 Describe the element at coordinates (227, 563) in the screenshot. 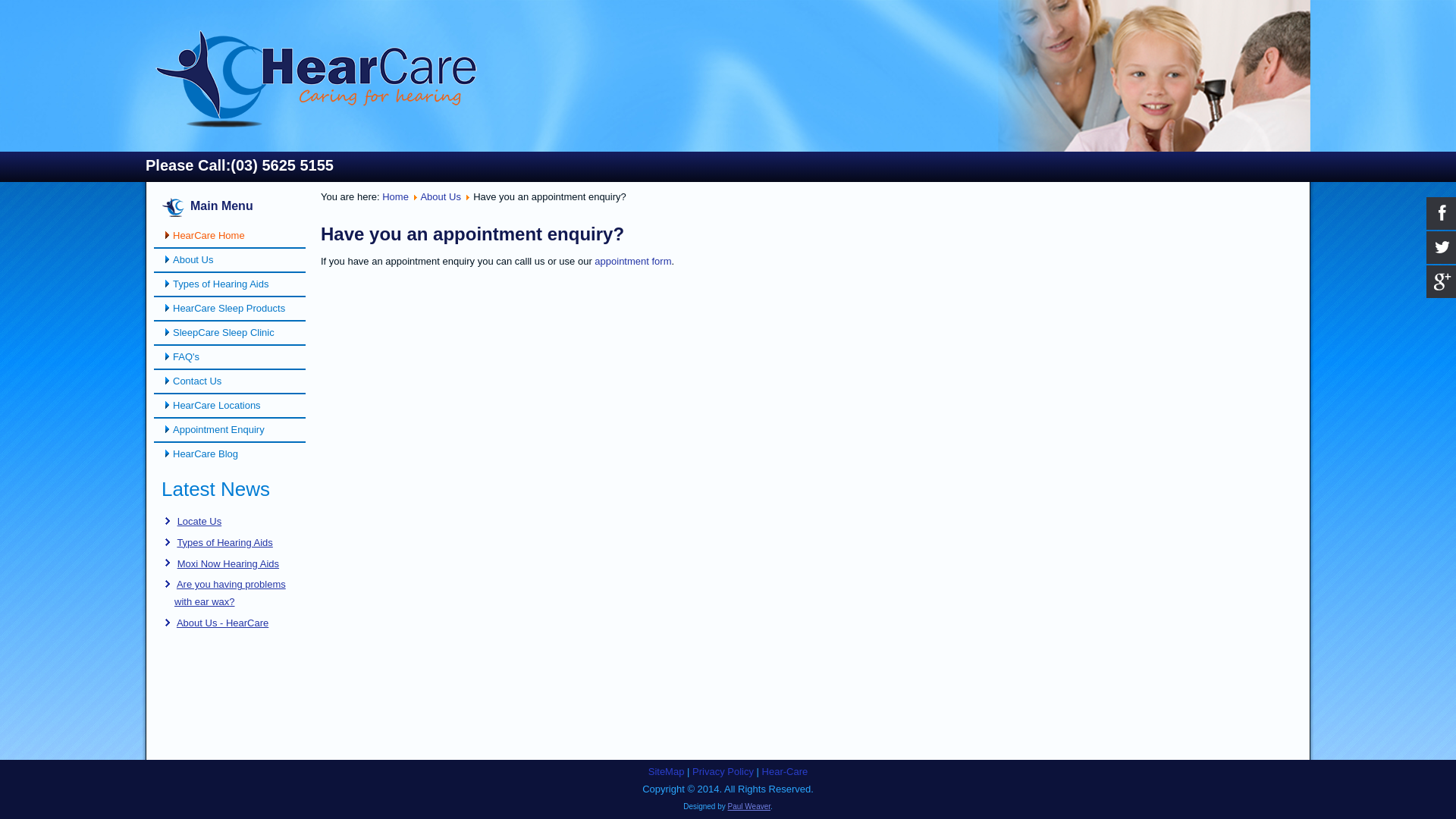

I see `'Moxi Now Hearing Aids'` at that location.